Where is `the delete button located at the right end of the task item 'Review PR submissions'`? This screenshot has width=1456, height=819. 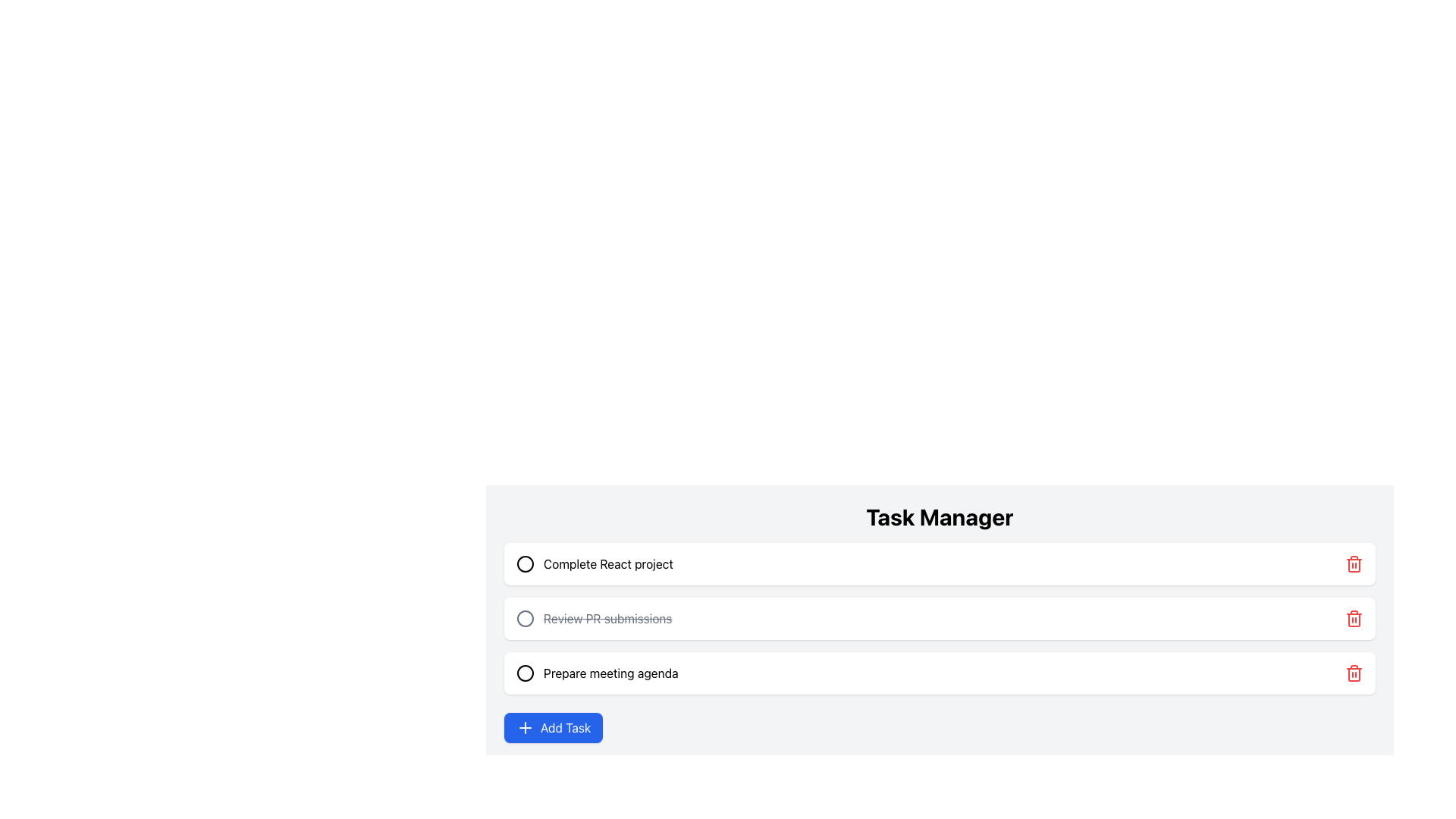
the delete button located at the right end of the task item 'Review PR submissions' is located at coordinates (1354, 619).